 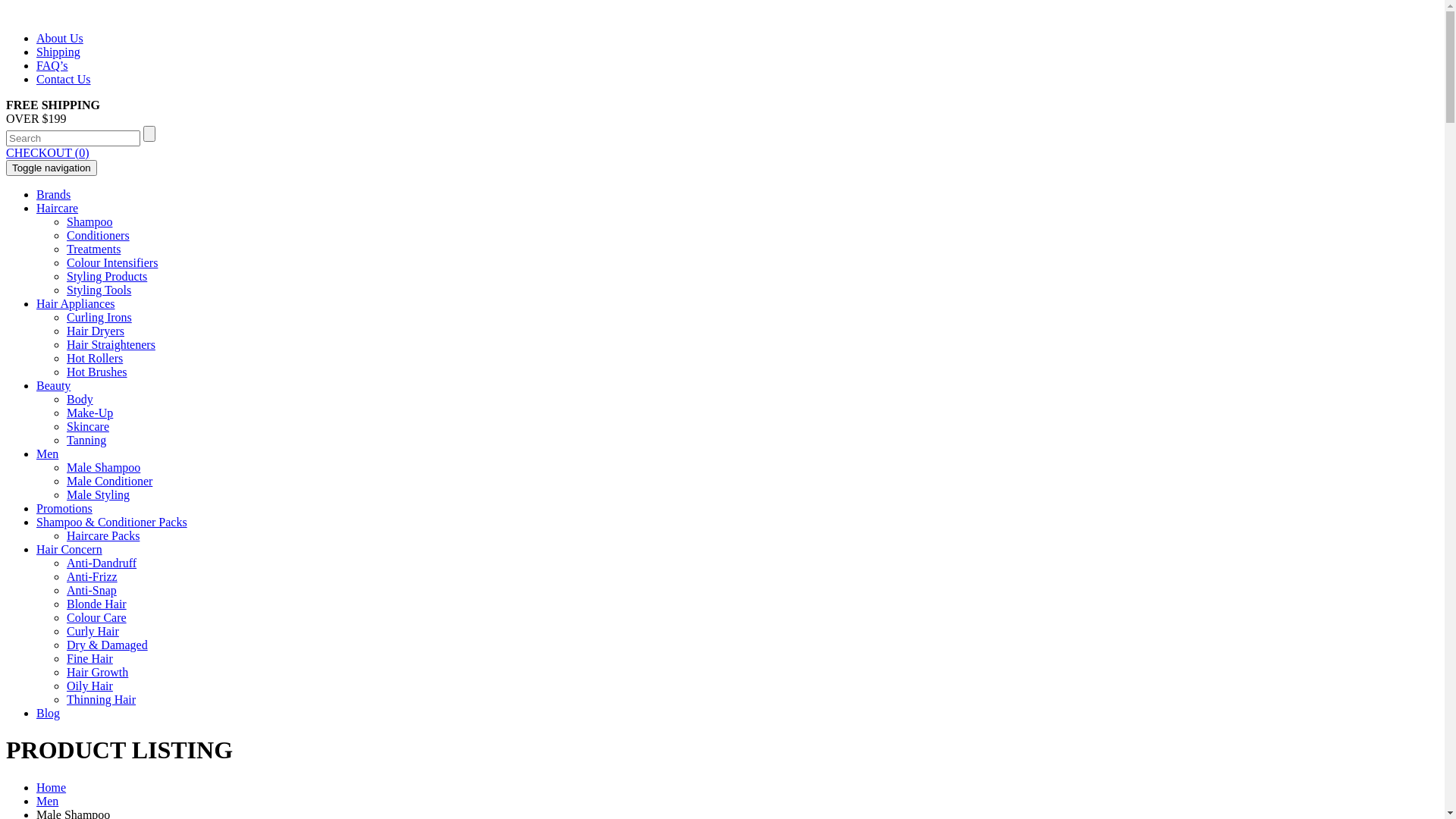 What do you see at coordinates (68, 549) in the screenshot?
I see `'Hair Concern'` at bounding box center [68, 549].